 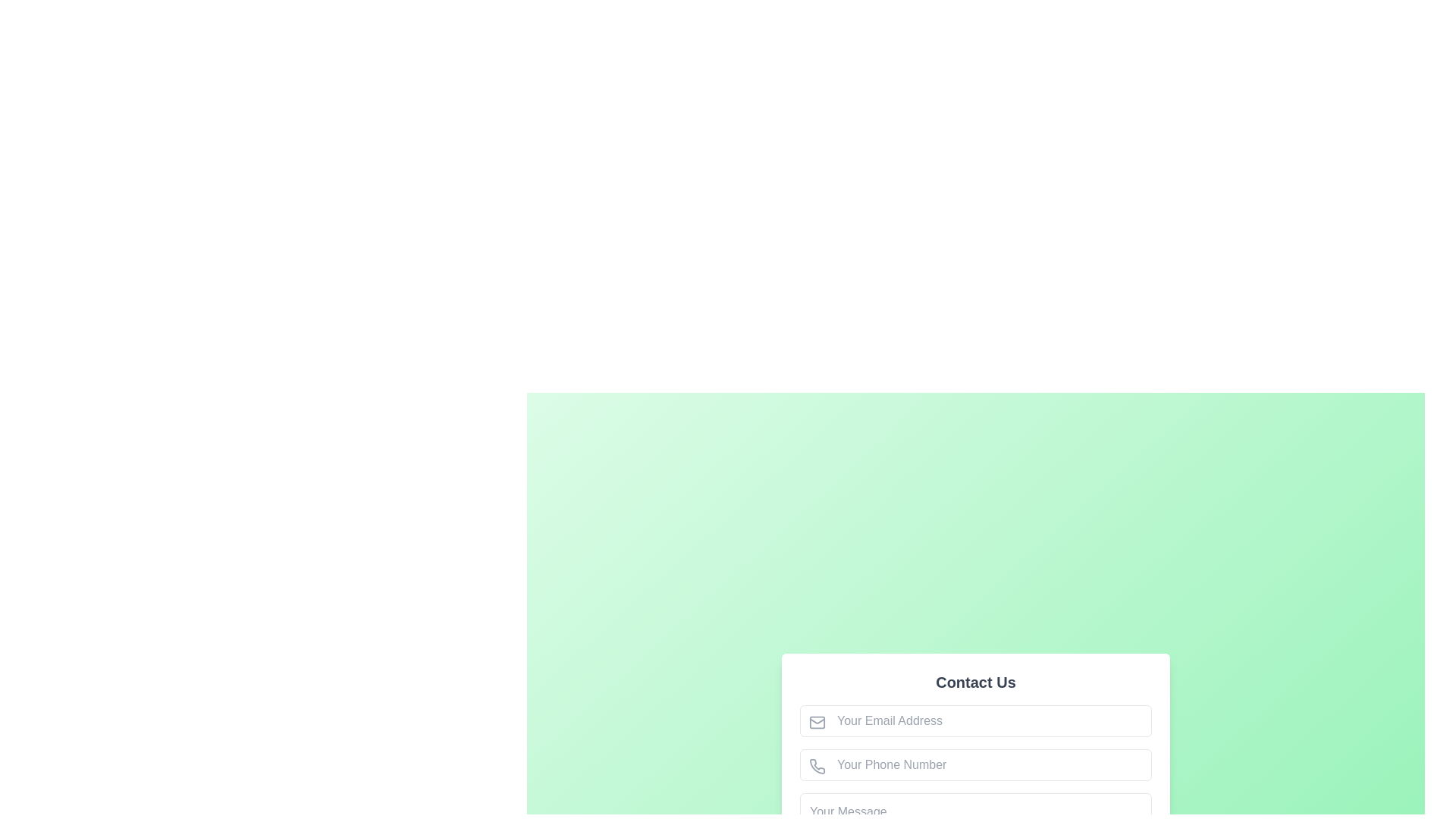 I want to click on the email input field icon located at the top-left corner of the email text box, which visually indicates the purpose of entering an email address, so click(x=817, y=721).